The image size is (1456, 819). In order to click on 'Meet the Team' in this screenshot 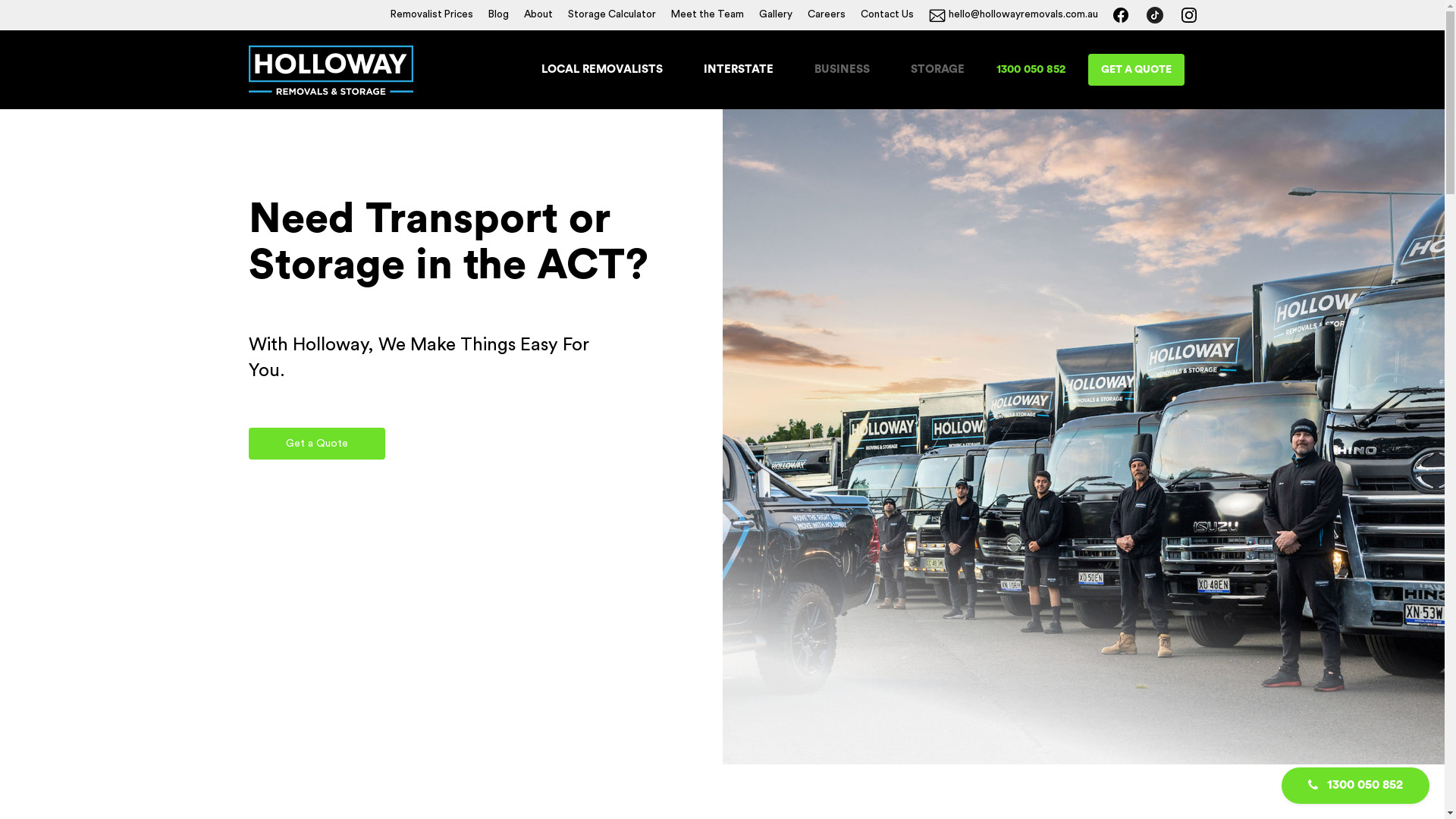, I will do `click(705, 14)`.